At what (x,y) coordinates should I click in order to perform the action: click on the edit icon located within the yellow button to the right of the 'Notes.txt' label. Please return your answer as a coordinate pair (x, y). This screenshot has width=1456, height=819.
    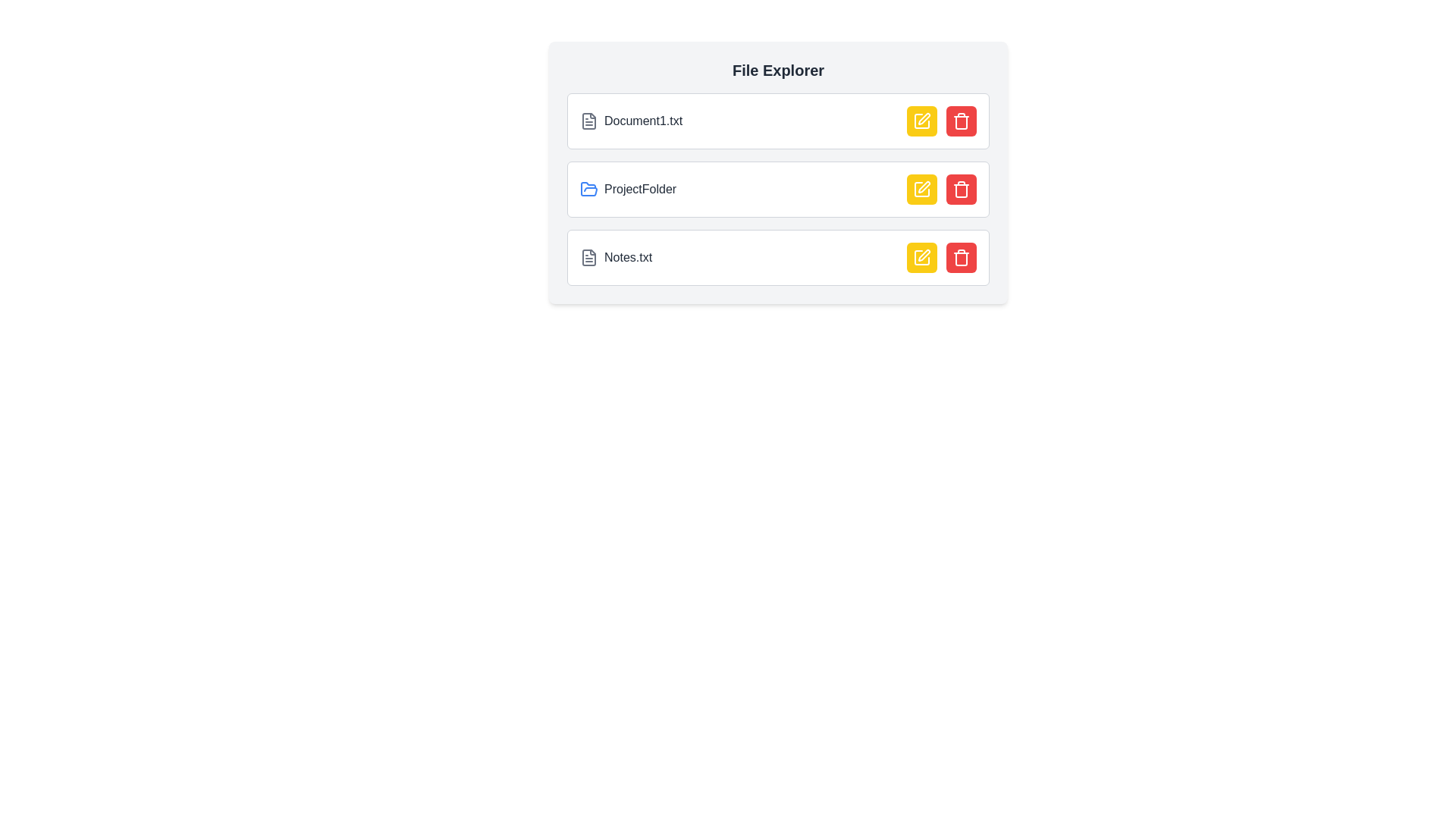
    Looking at the image, I should click on (921, 256).